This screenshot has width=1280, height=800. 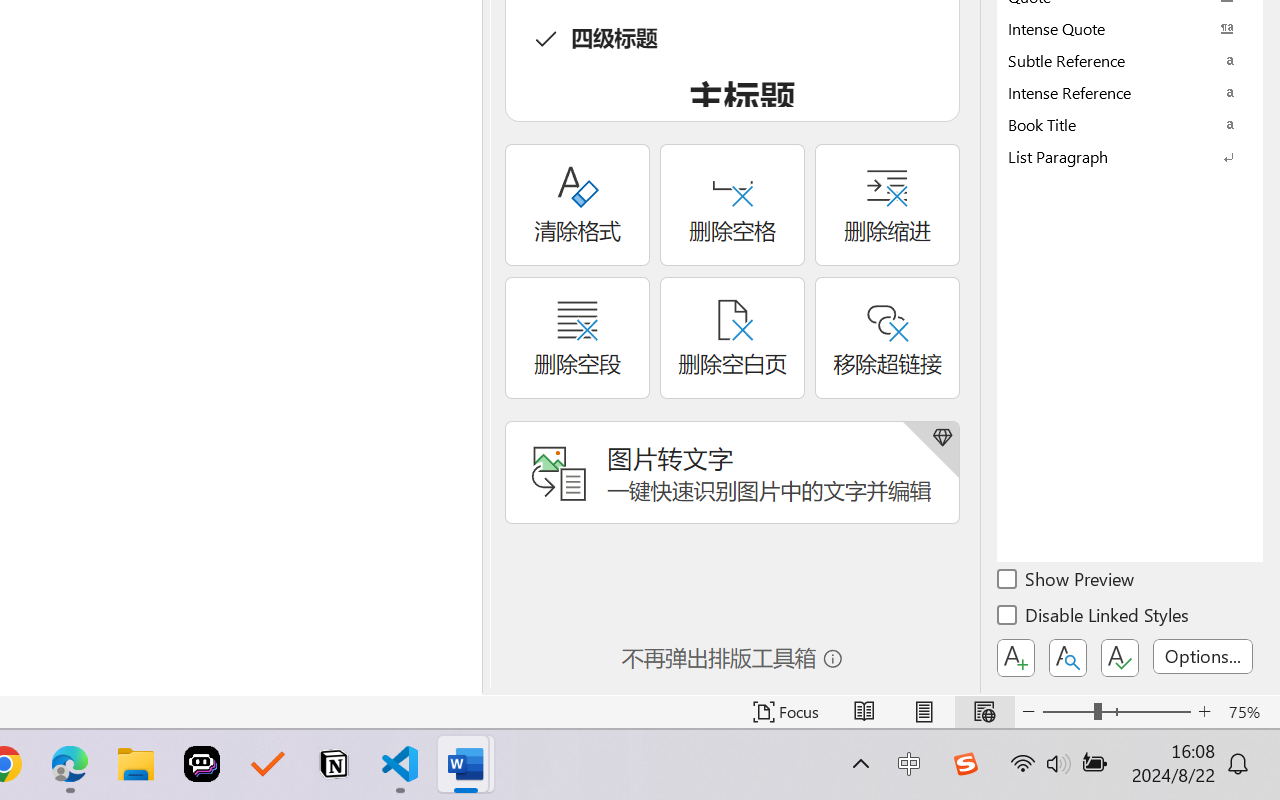 What do you see at coordinates (1120, 657) in the screenshot?
I see `'Class: NetUIButton'` at bounding box center [1120, 657].